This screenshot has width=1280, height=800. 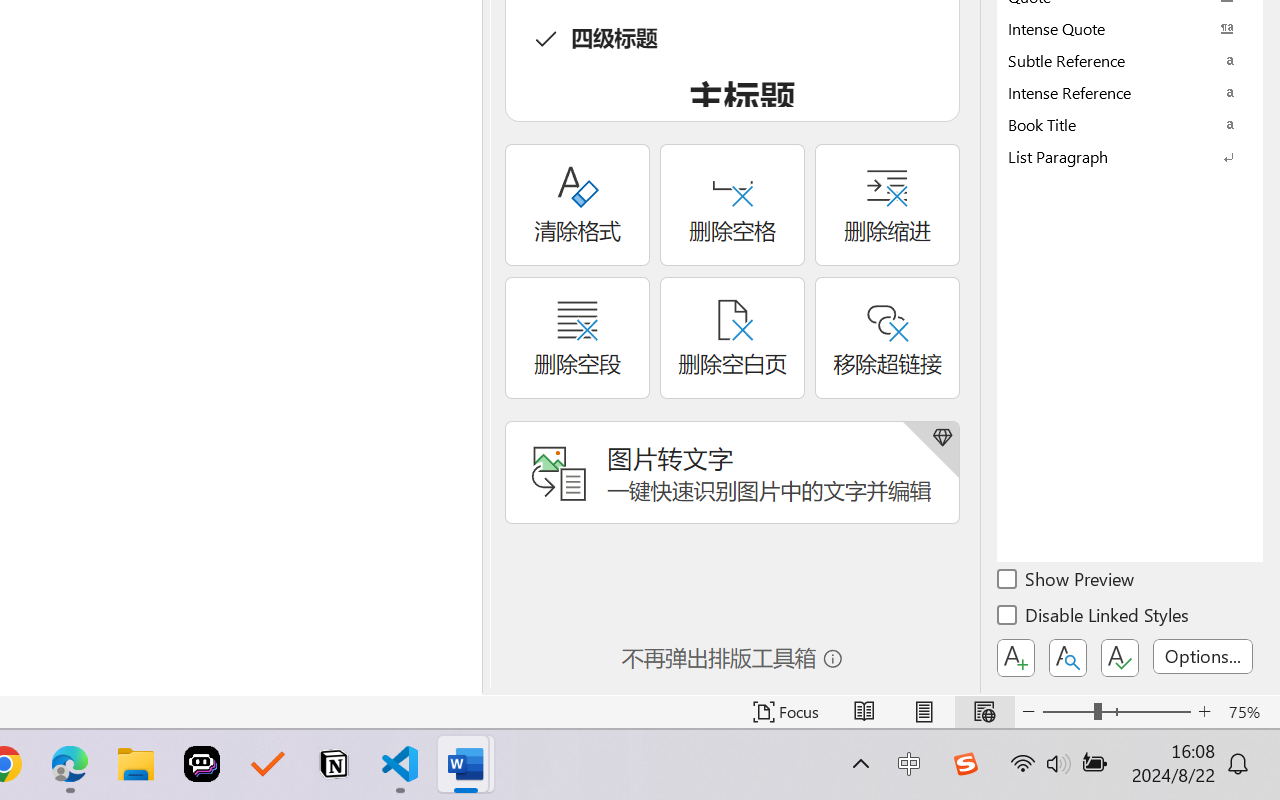 What do you see at coordinates (1120, 657) in the screenshot?
I see `'Class: NetUIButton'` at bounding box center [1120, 657].